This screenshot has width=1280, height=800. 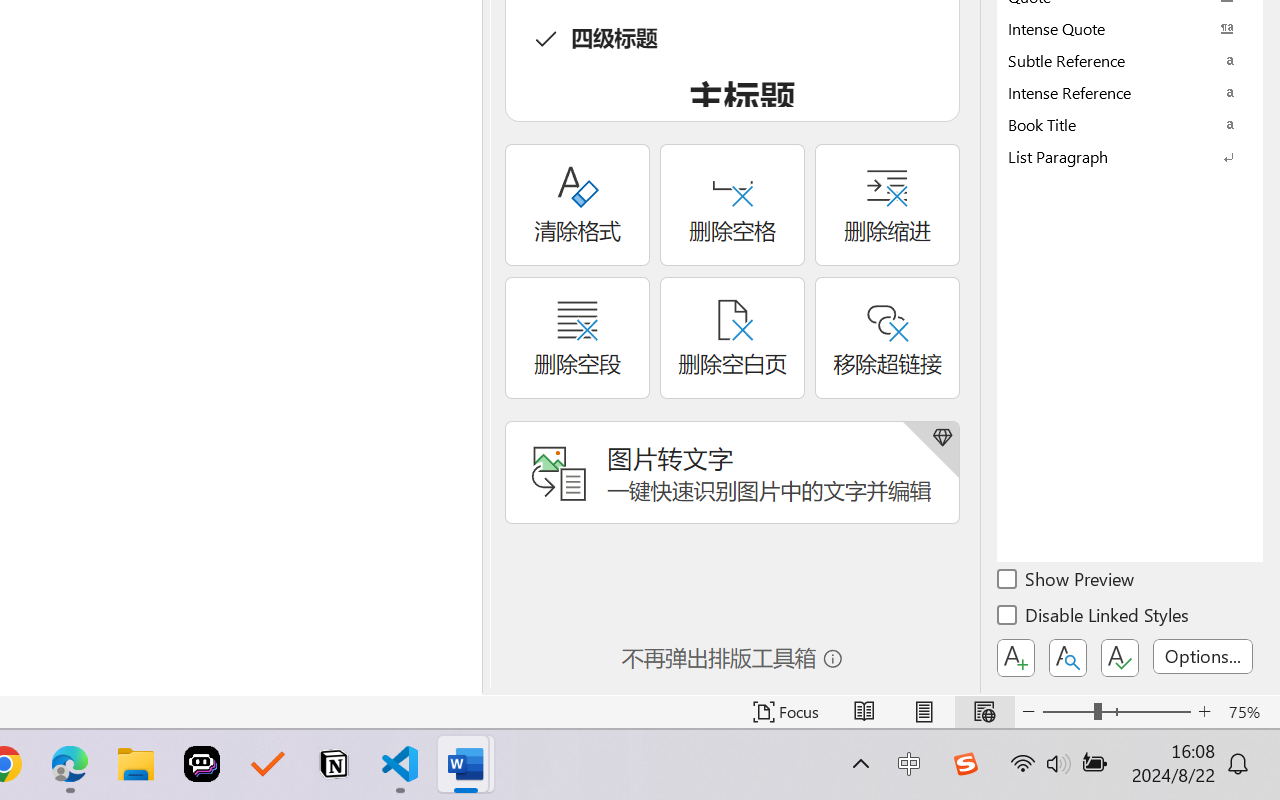 What do you see at coordinates (1120, 657) in the screenshot?
I see `'Class: NetUIButton'` at bounding box center [1120, 657].